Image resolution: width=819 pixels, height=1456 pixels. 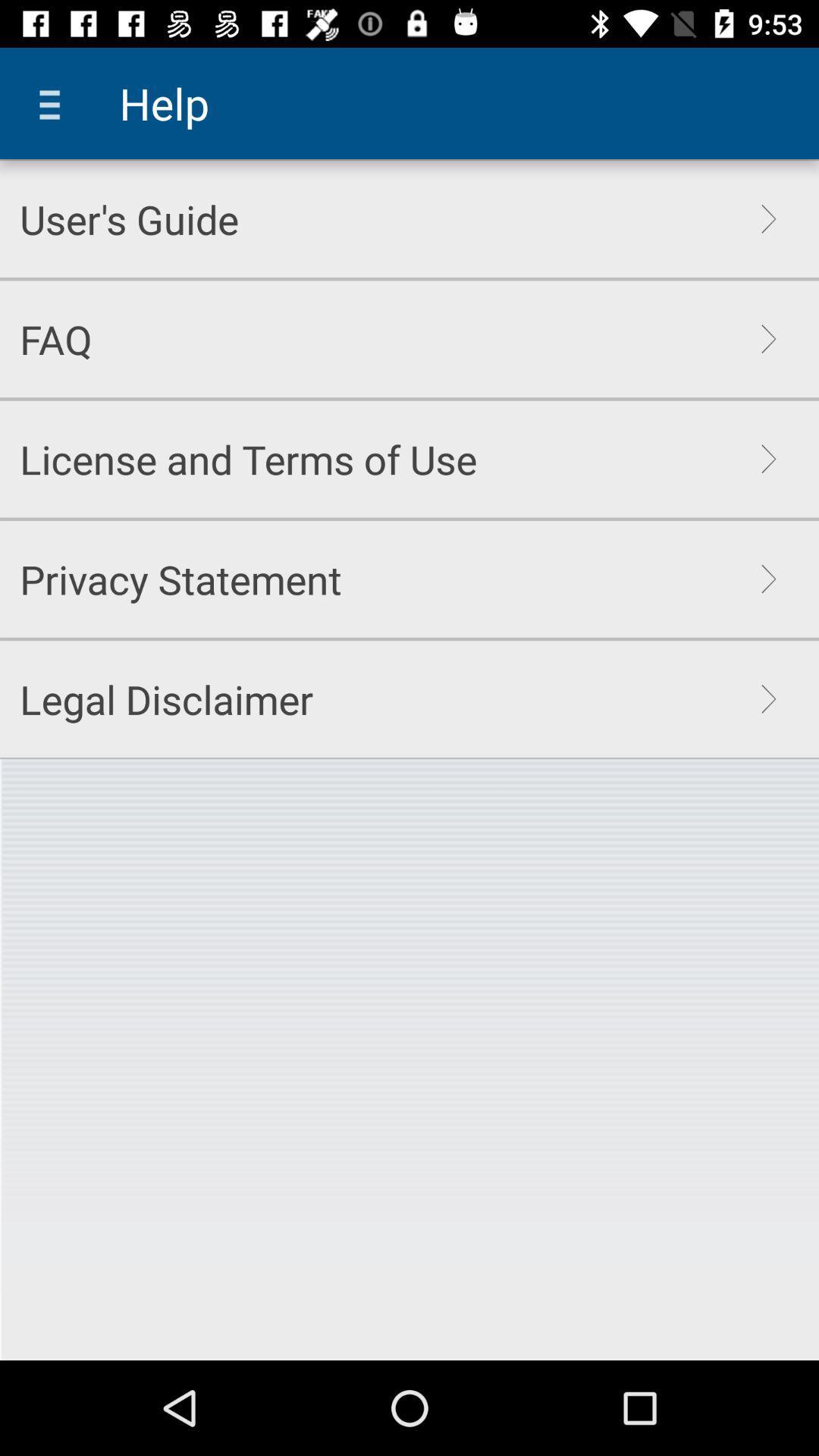 What do you see at coordinates (180, 578) in the screenshot?
I see `item below the license and terms item` at bounding box center [180, 578].